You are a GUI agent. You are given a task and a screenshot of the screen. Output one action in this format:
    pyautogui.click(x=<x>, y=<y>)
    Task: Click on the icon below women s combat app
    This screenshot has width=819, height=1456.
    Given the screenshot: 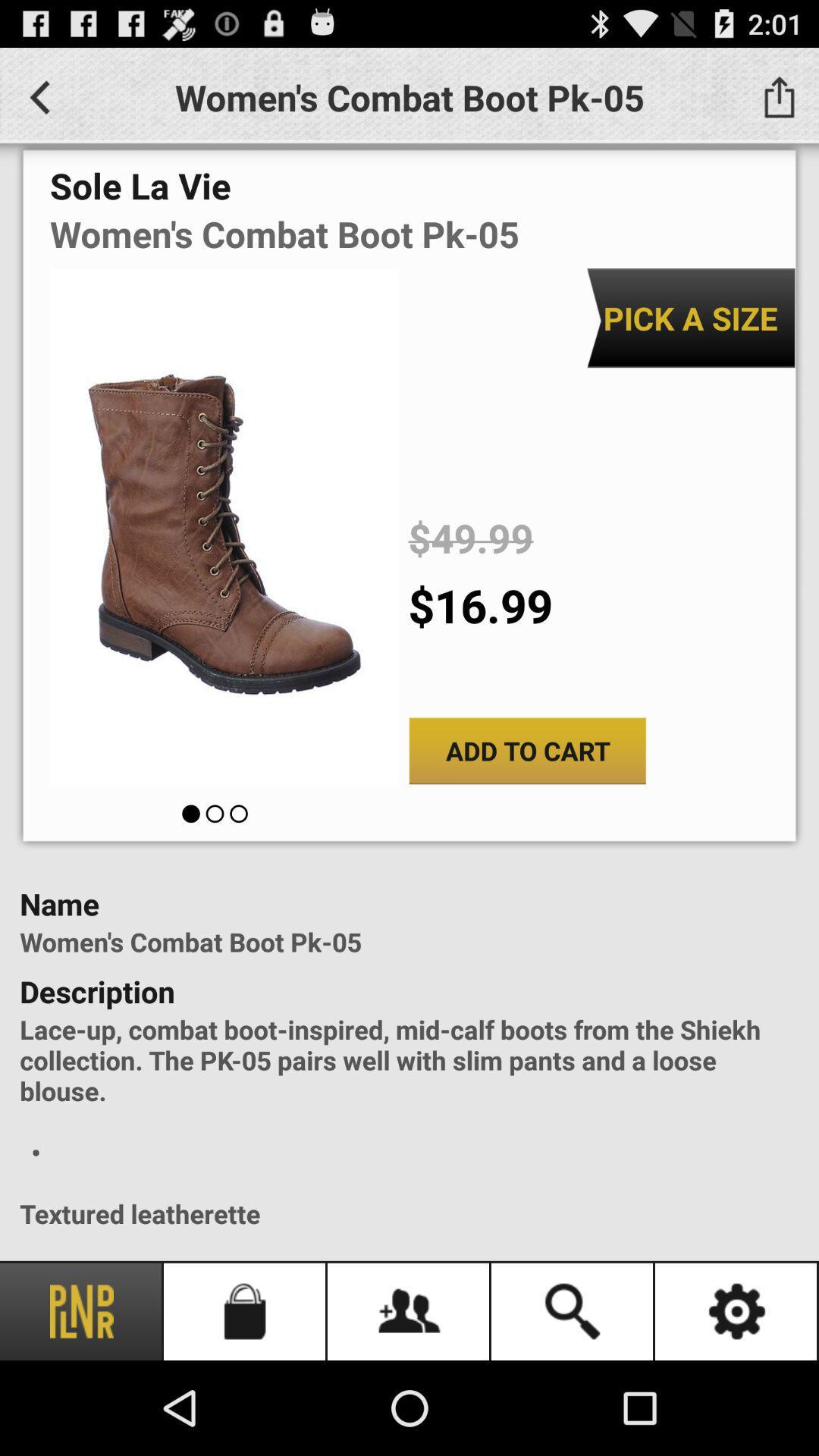 What is the action you would take?
    pyautogui.click(x=690, y=317)
    